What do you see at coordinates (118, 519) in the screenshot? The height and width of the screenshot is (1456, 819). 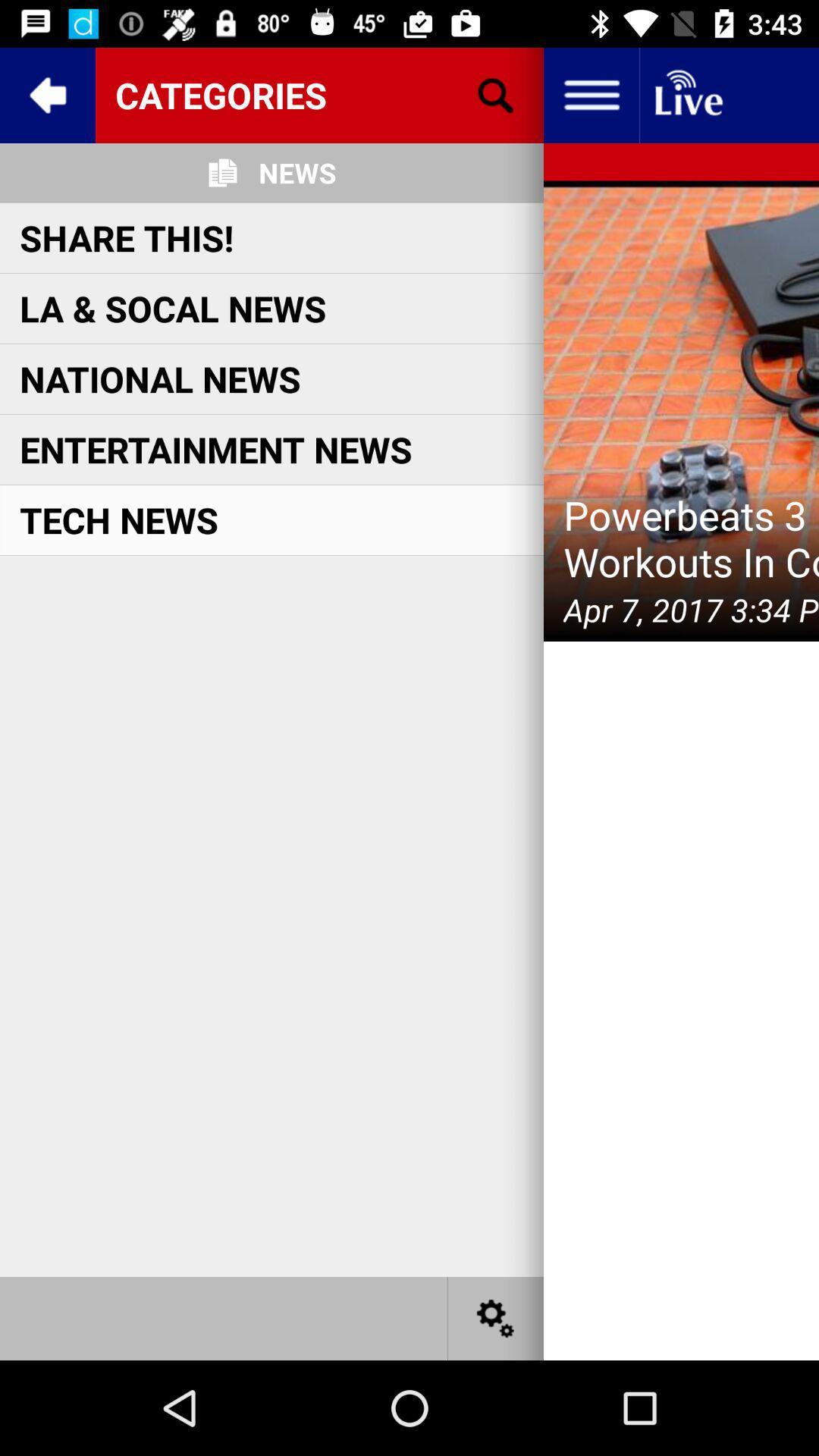 I see `tech news` at bounding box center [118, 519].